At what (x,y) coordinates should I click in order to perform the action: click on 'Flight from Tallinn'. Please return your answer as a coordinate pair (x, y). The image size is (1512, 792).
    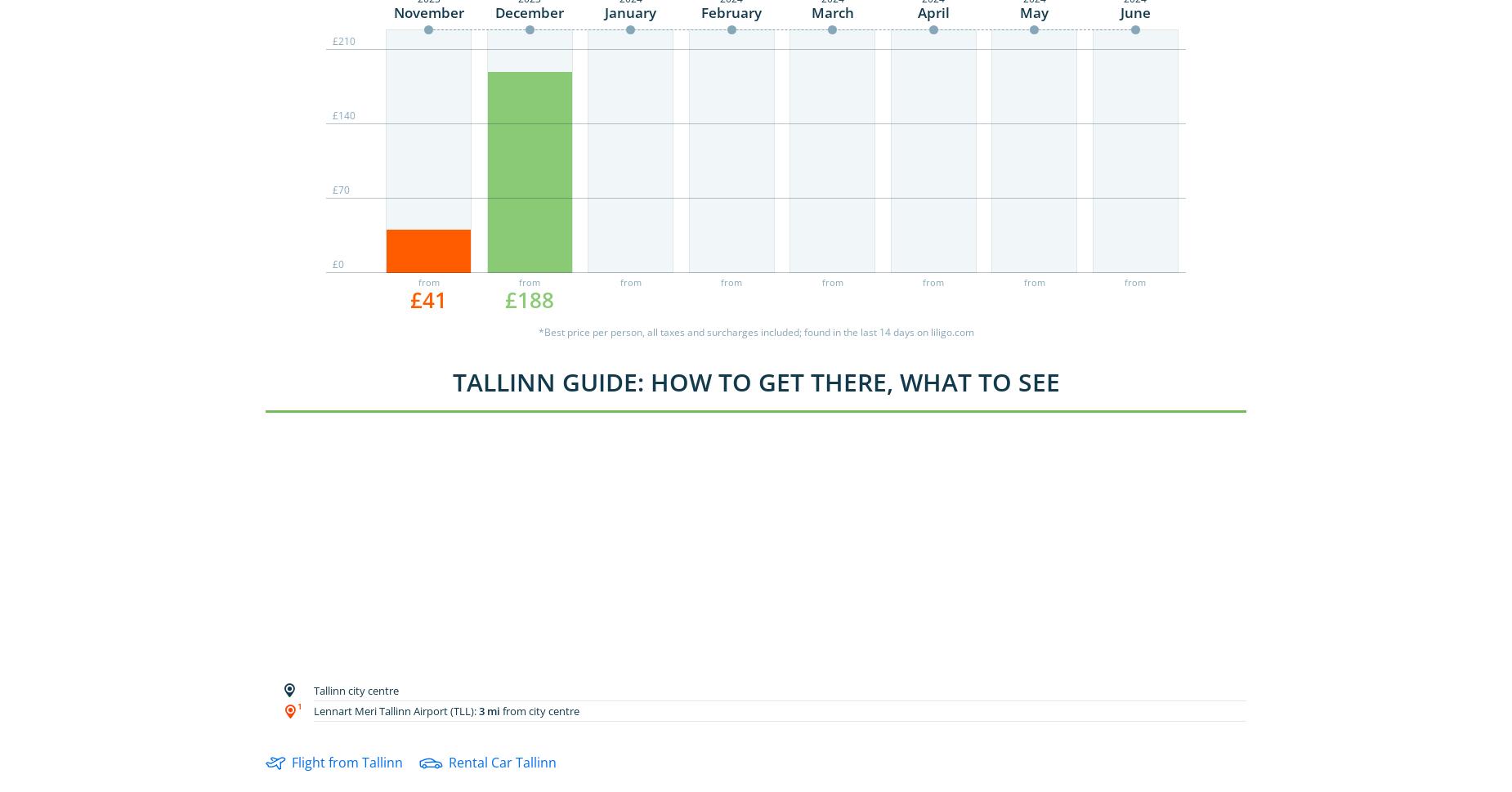
    Looking at the image, I should click on (346, 760).